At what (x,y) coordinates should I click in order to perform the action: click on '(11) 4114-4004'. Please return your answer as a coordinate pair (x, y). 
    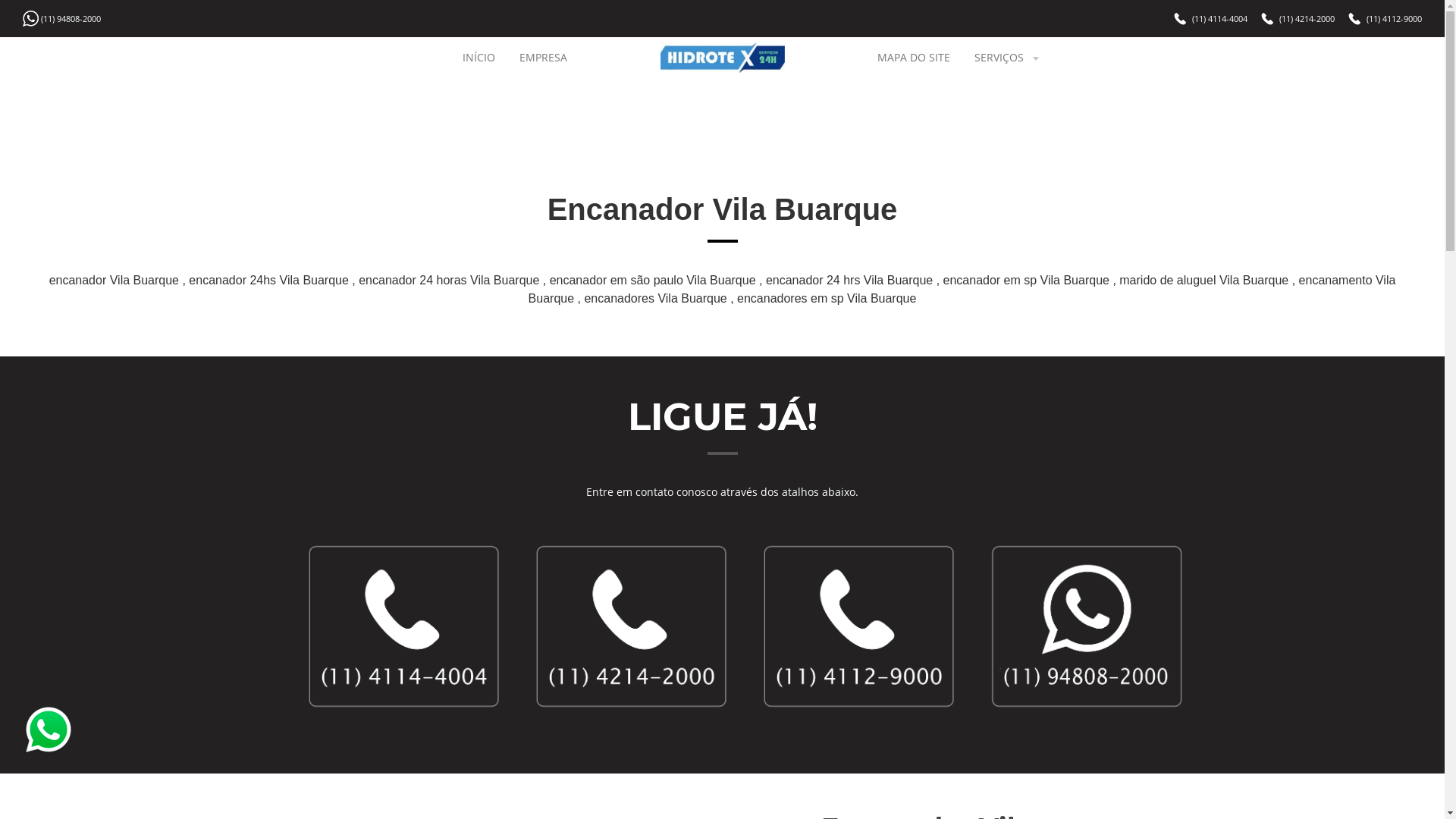
    Looking at the image, I should click on (1219, 18).